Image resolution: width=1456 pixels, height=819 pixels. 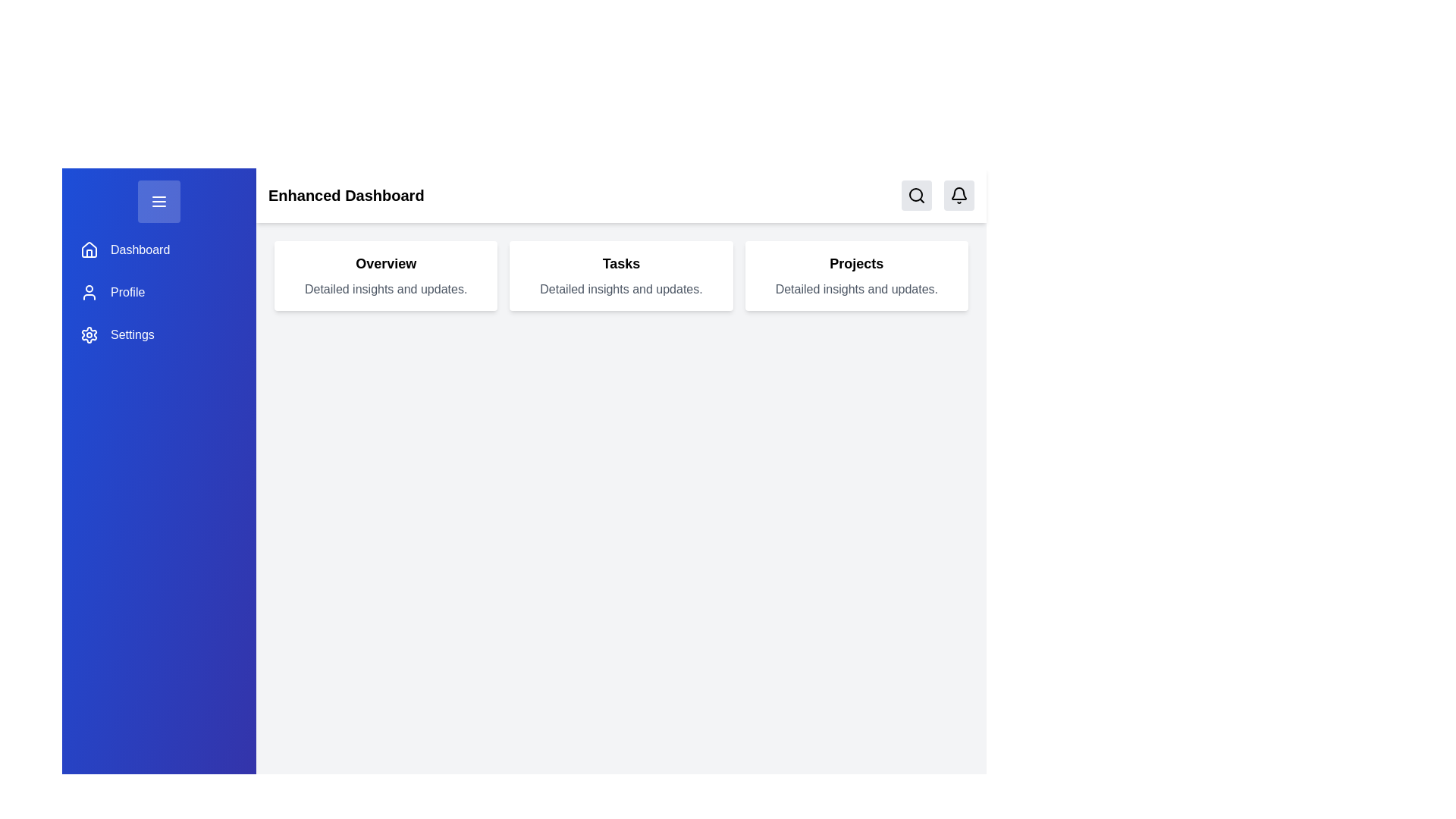 I want to click on the title text label located in the top-left card of the main content area, above the descriptive text 'Detailed insights and updates', so click(x=386, y=262).